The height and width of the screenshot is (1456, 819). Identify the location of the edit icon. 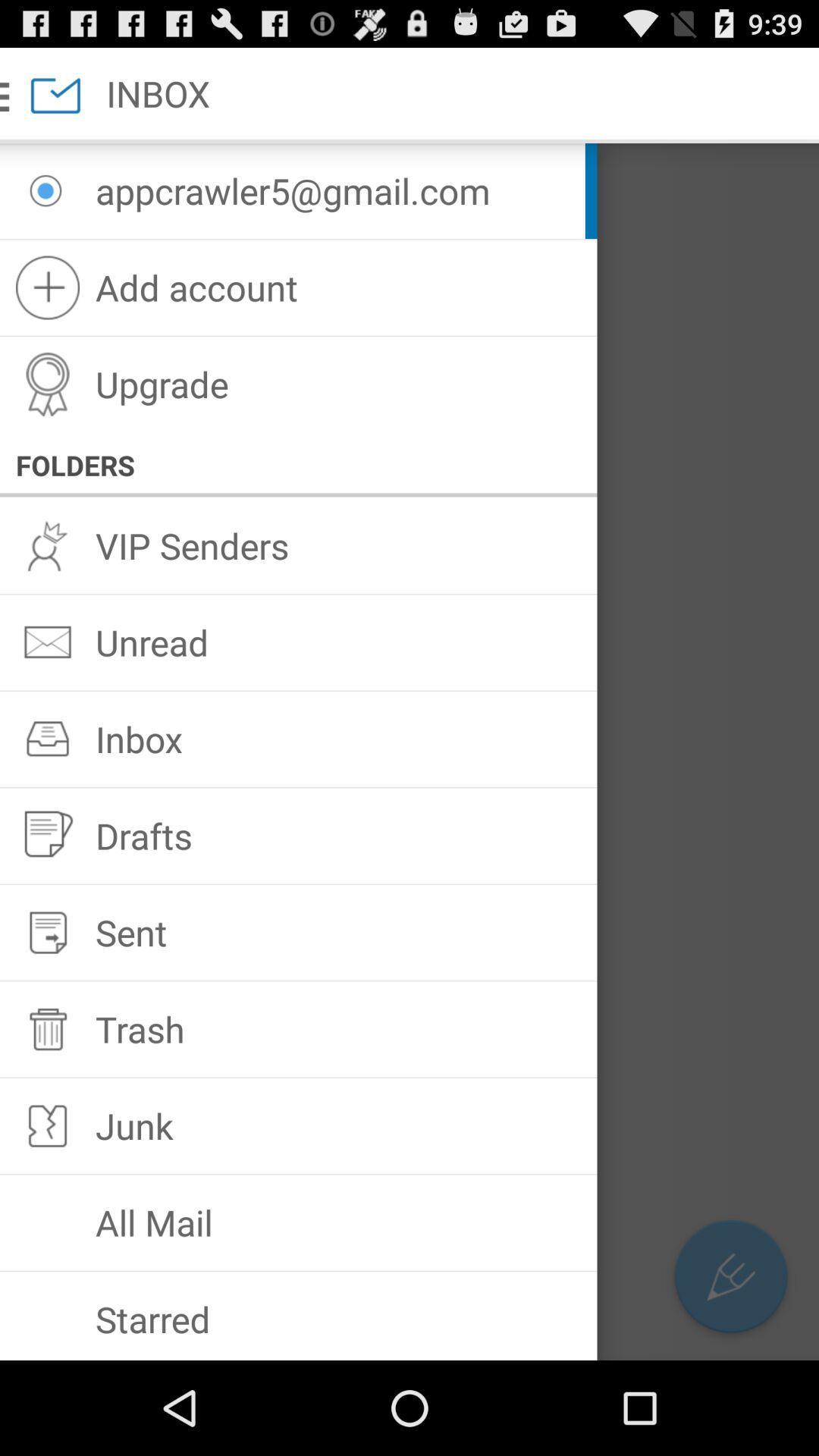
(730, 1370).